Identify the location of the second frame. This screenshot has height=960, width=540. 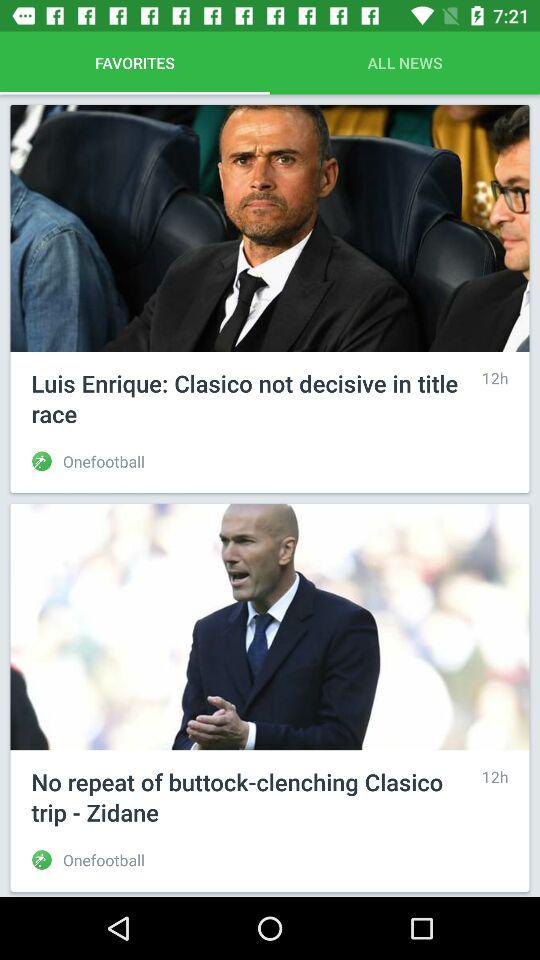
(270, 698).